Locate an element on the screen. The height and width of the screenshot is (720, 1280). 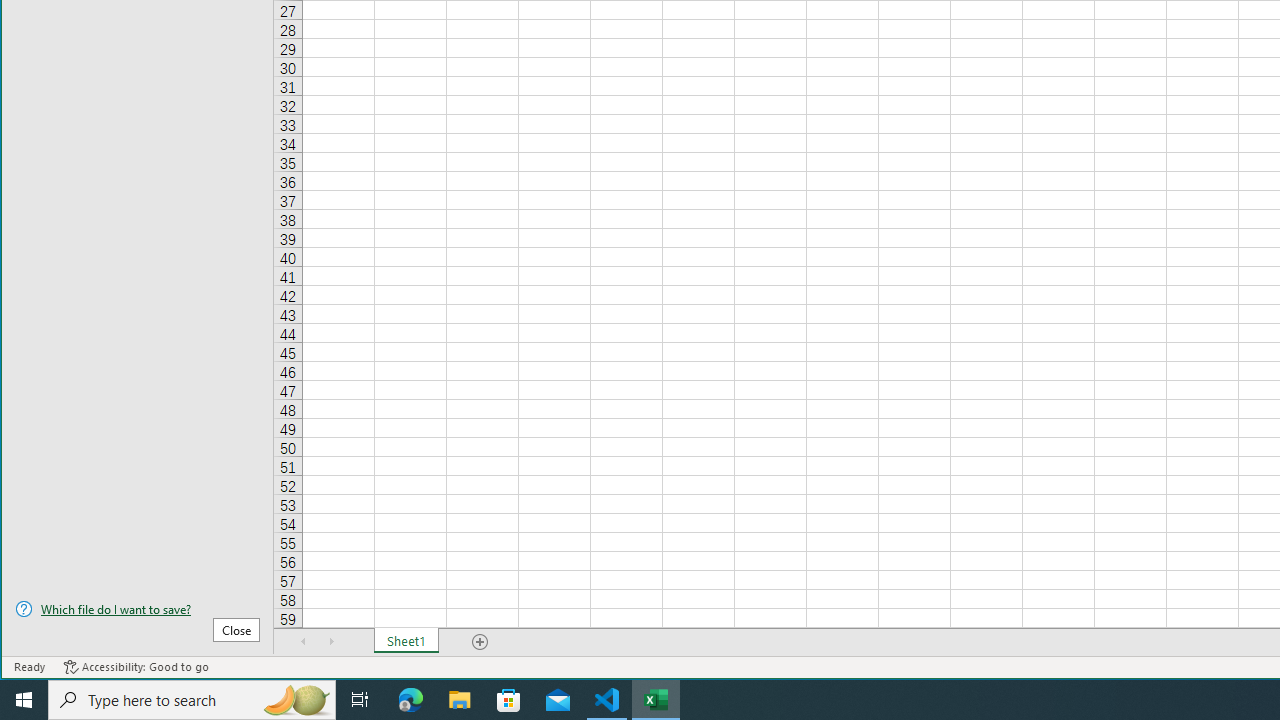
'Visual Studio Code - 1 running window' is located at coordinates (606, 698).